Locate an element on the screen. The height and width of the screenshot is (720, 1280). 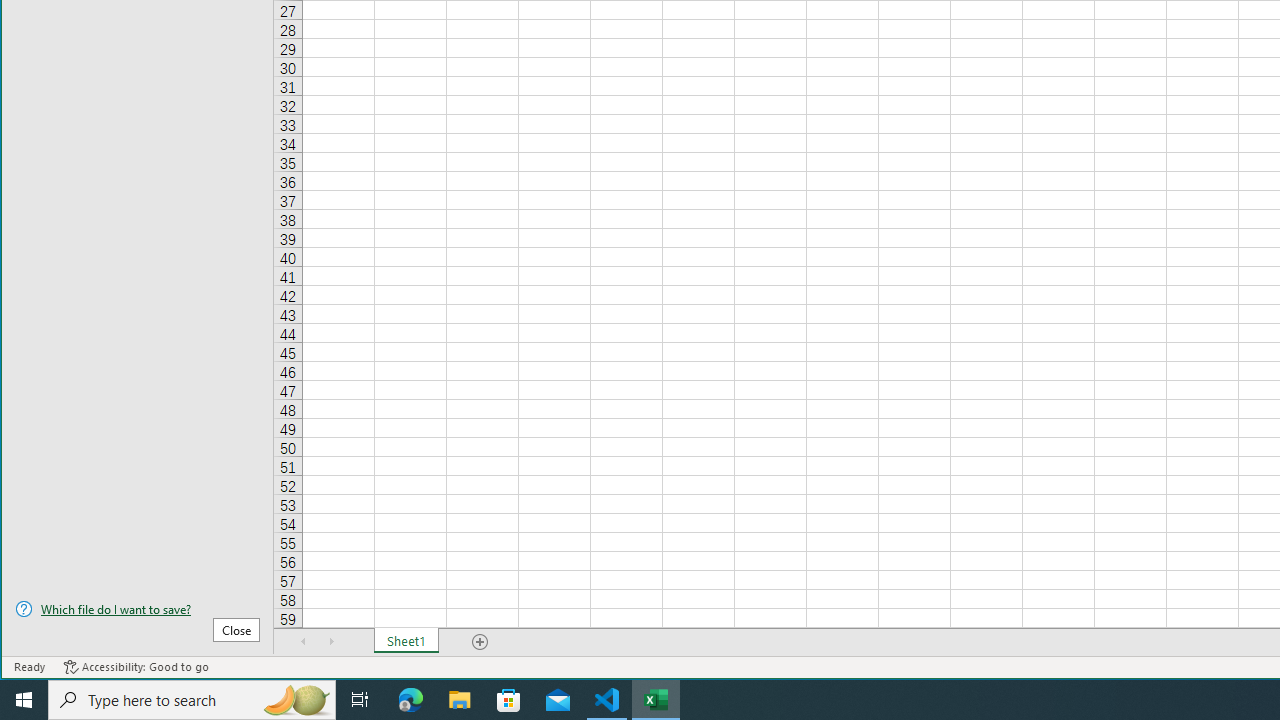
'Visual Studio Code - 1 running window' is located at coordinates (606, 698).